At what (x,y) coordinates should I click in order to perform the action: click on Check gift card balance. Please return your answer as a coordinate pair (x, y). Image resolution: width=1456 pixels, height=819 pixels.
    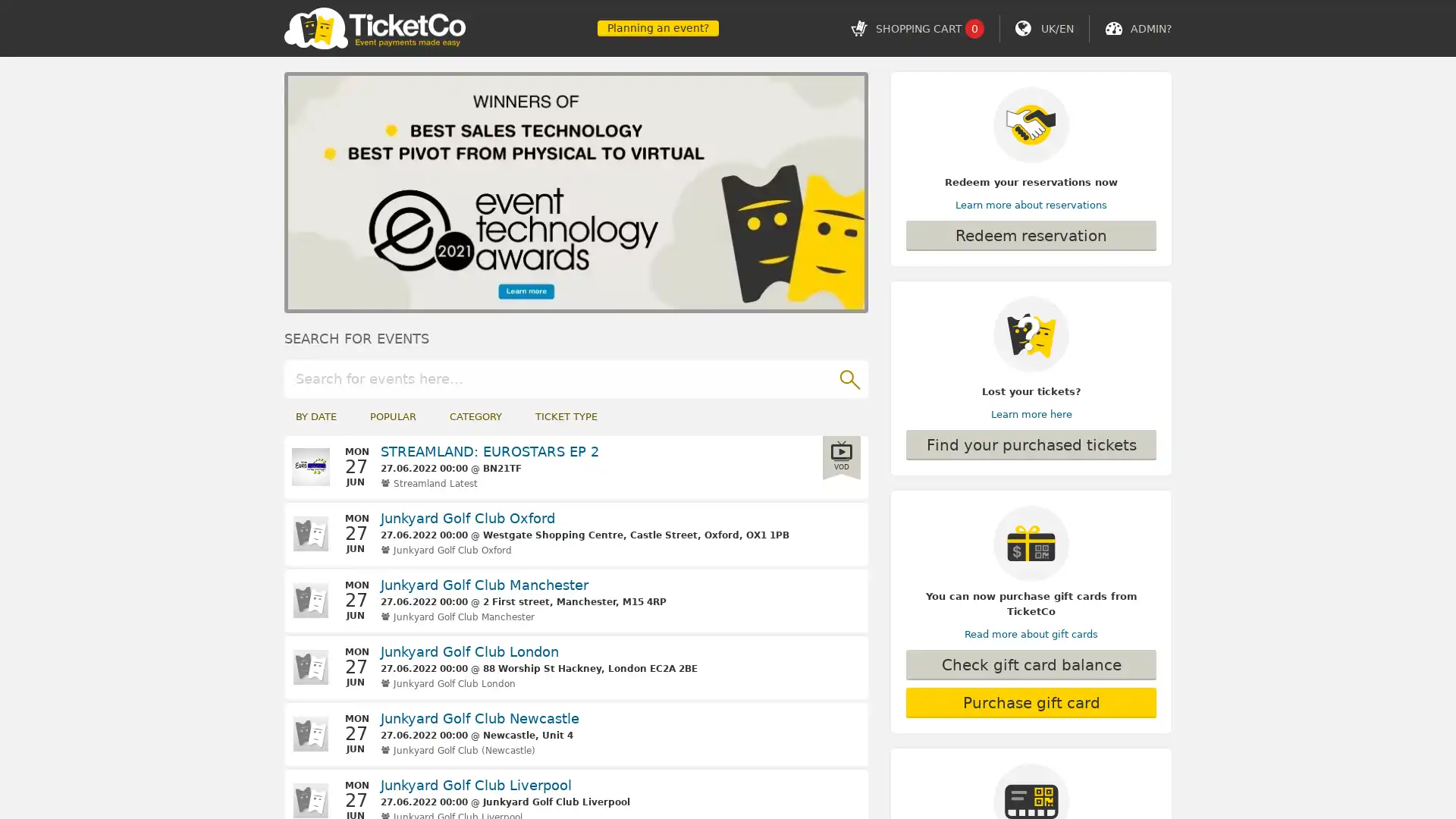
    Looking at the image, I should click on (1031, 664).